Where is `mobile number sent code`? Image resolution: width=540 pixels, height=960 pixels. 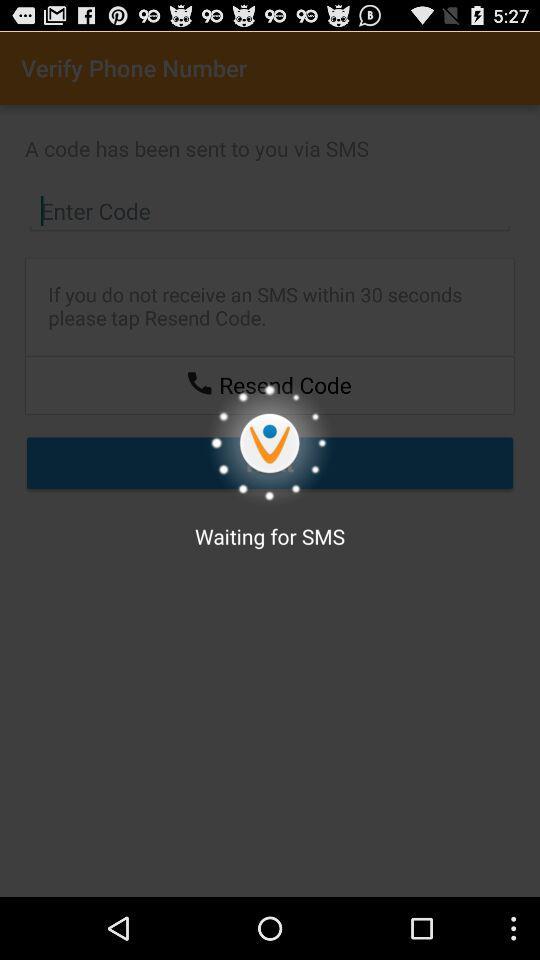 mobile number sent code is located at coordinates (199, 381).